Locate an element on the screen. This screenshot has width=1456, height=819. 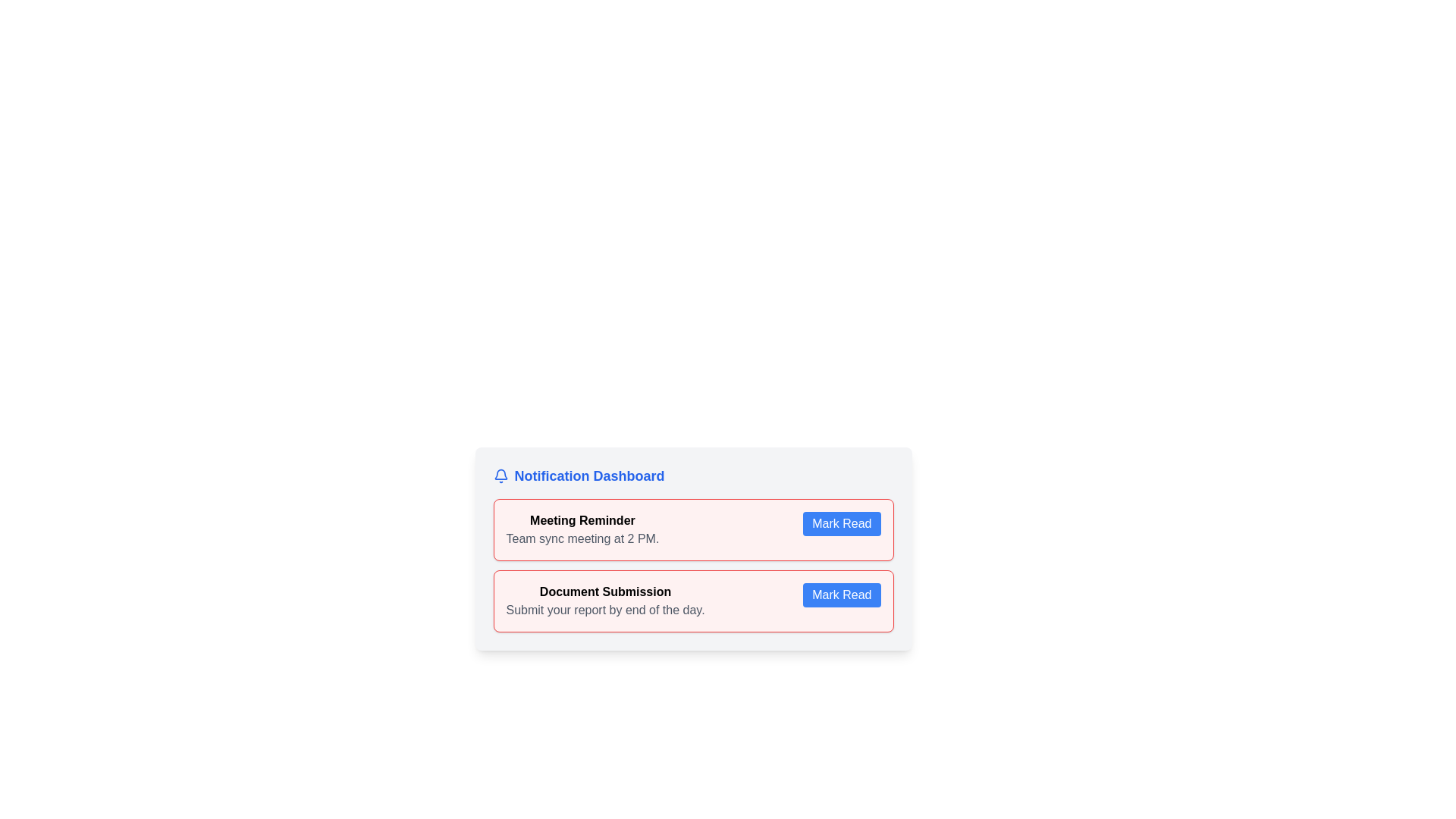
the text display area that provides the title and description for the document submission notification, located centrally within the notification block below the 'Meeting Reminder.' is located at coordinates (604, 601).